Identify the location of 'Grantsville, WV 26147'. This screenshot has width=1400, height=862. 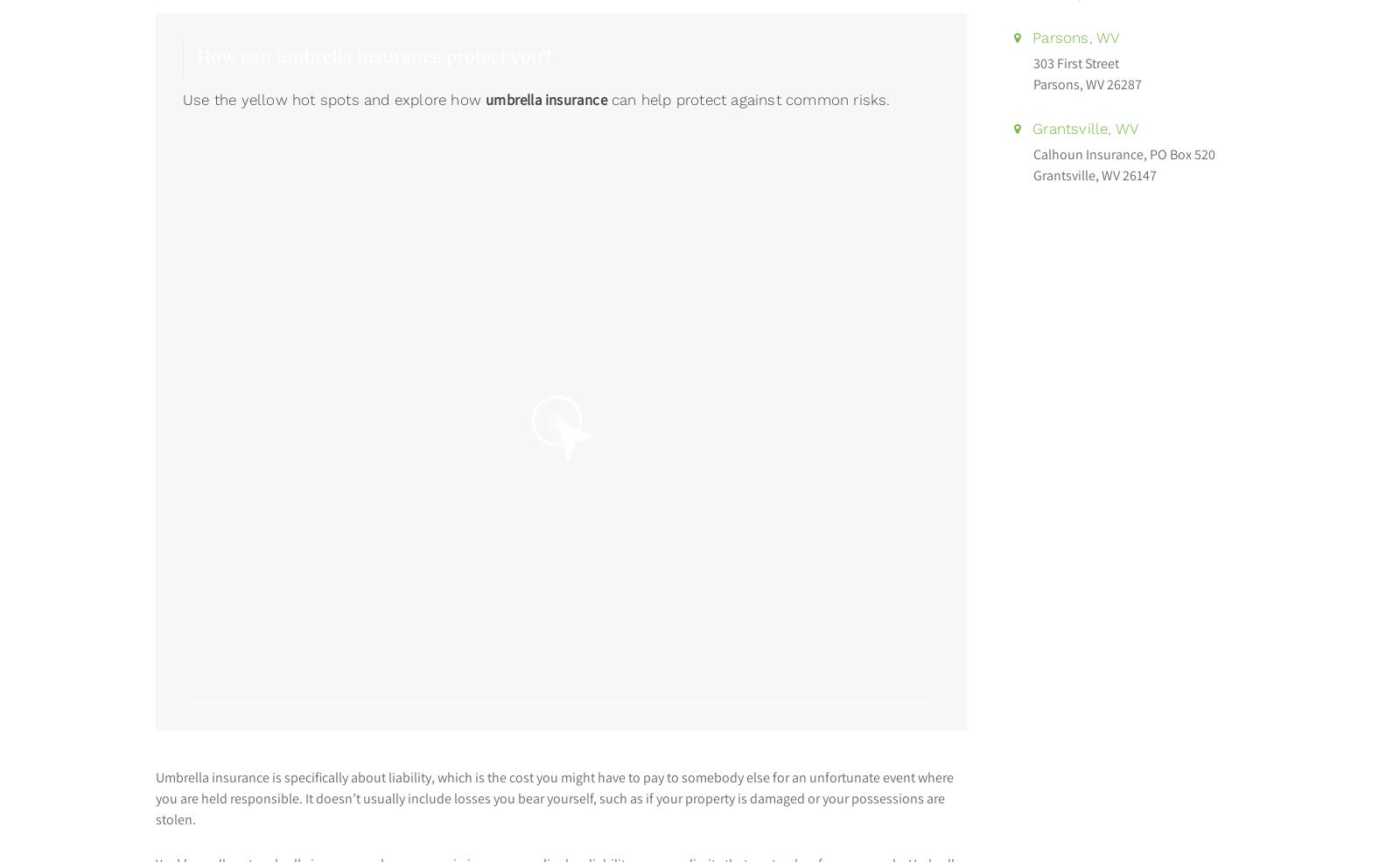
(1094, 174).